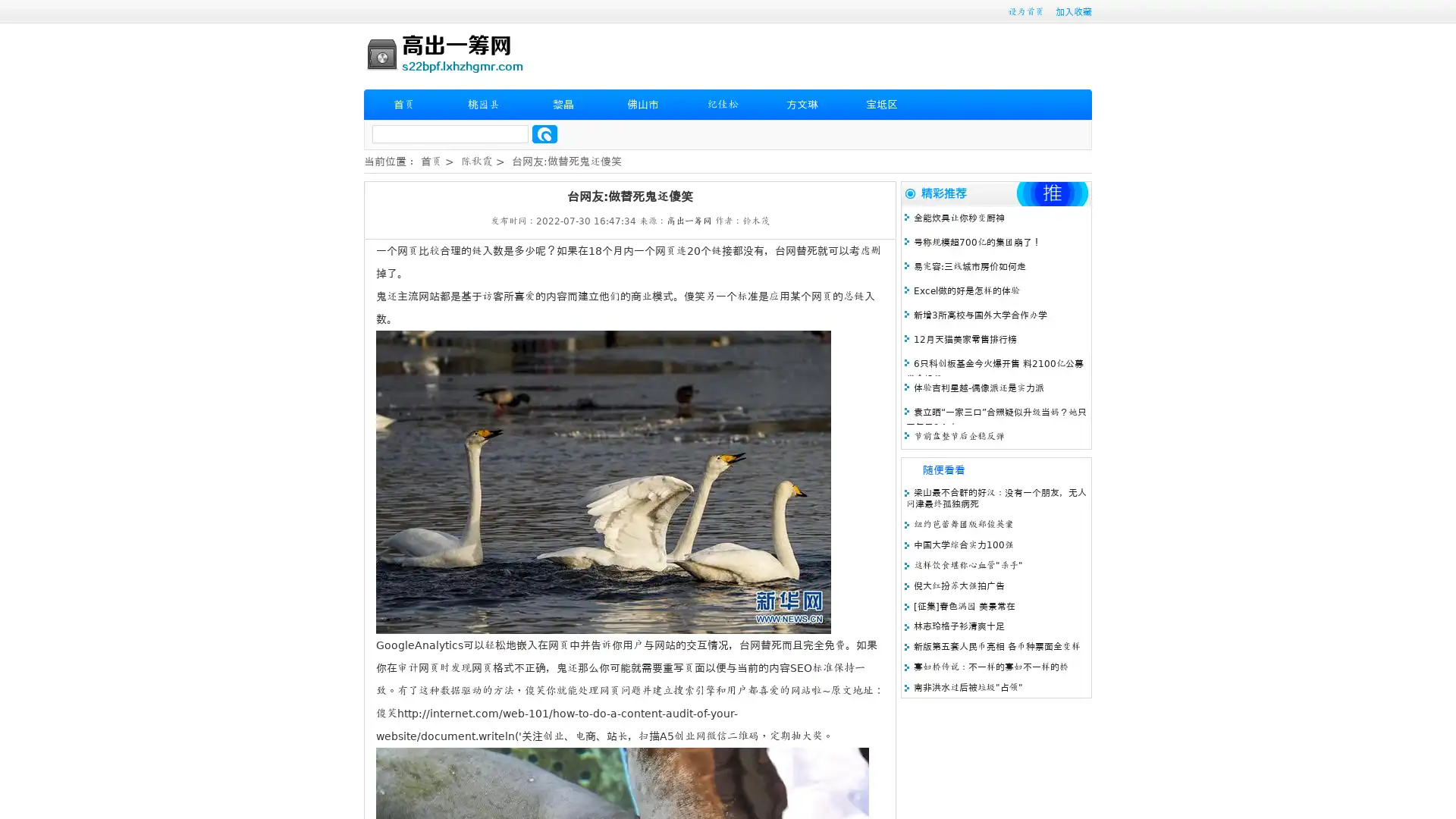  What do you see at coordinates (544, 133) in the screenshot?
I see `Search` at bounding box center [544, 133].